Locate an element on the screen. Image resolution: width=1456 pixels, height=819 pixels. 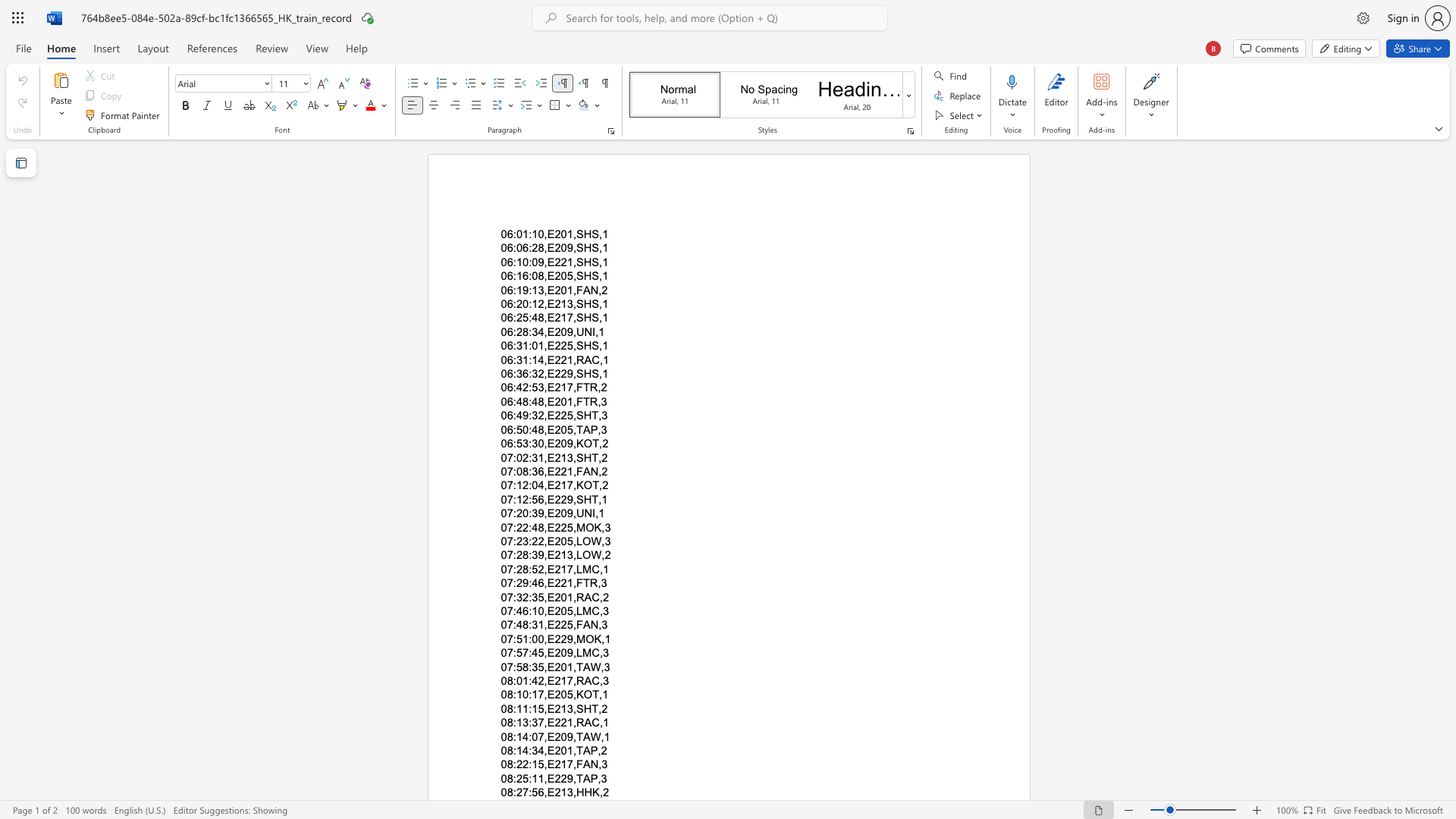
the space between the continuous character "3" and "0" in the text is located at coordinates (538, 444).